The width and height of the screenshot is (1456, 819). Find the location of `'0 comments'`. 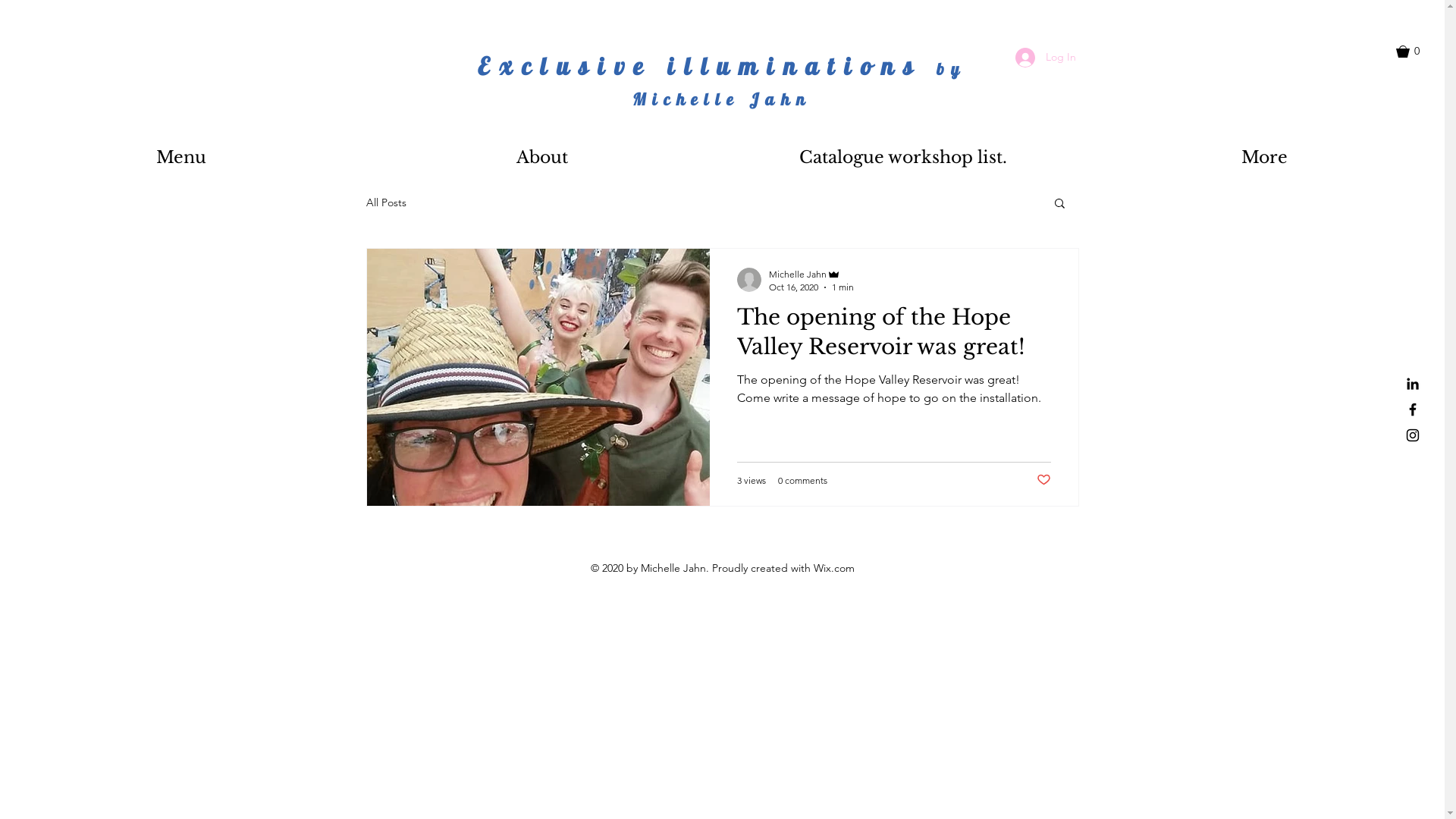

'0 comments' is located at coordinates (802, 480).